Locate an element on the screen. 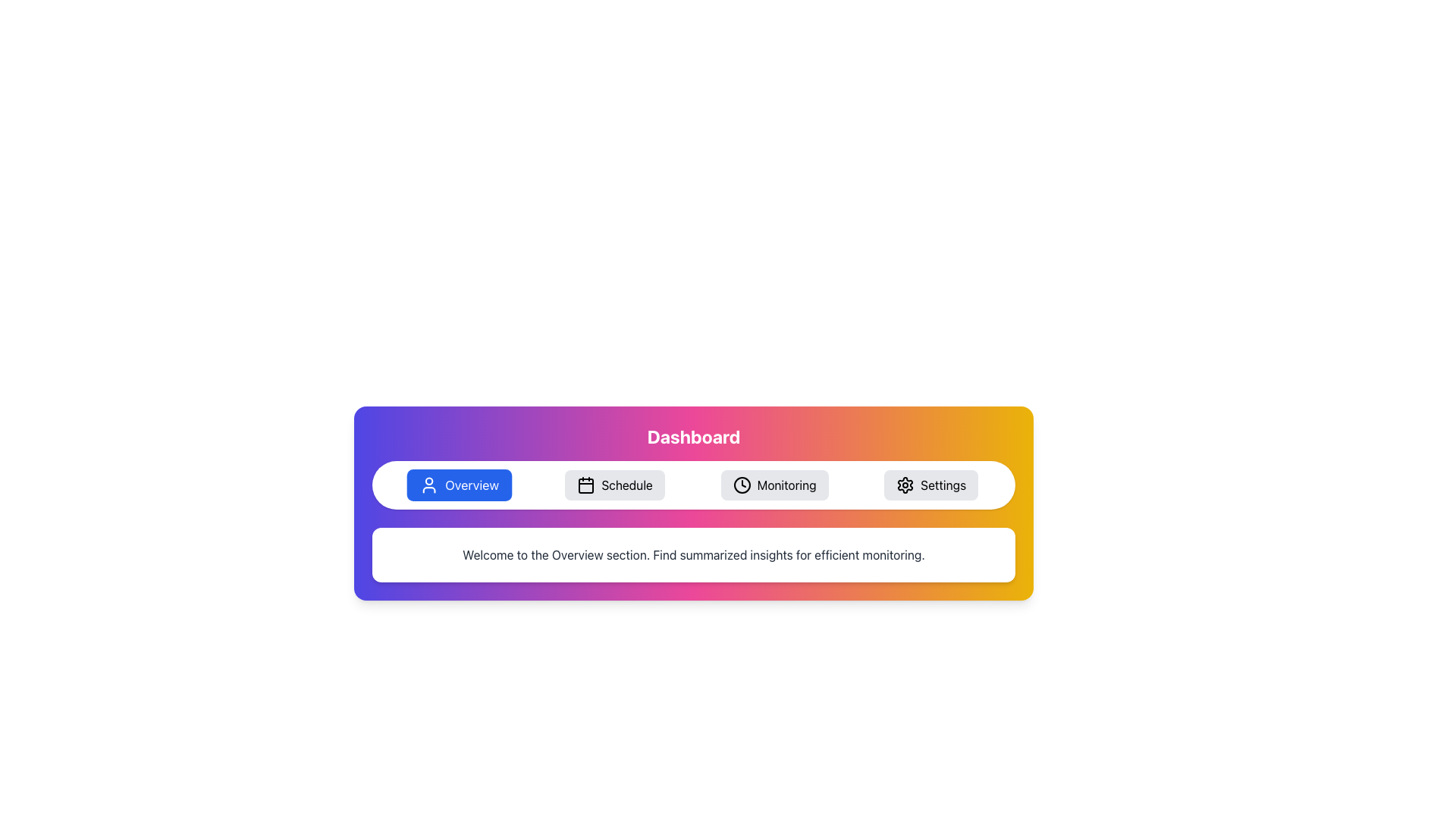 The width and height of the screenshot is (1456, 819). the 'Monitoring' button, which contains a clock-shaped SVG icon is located at coordinates (742, 485).